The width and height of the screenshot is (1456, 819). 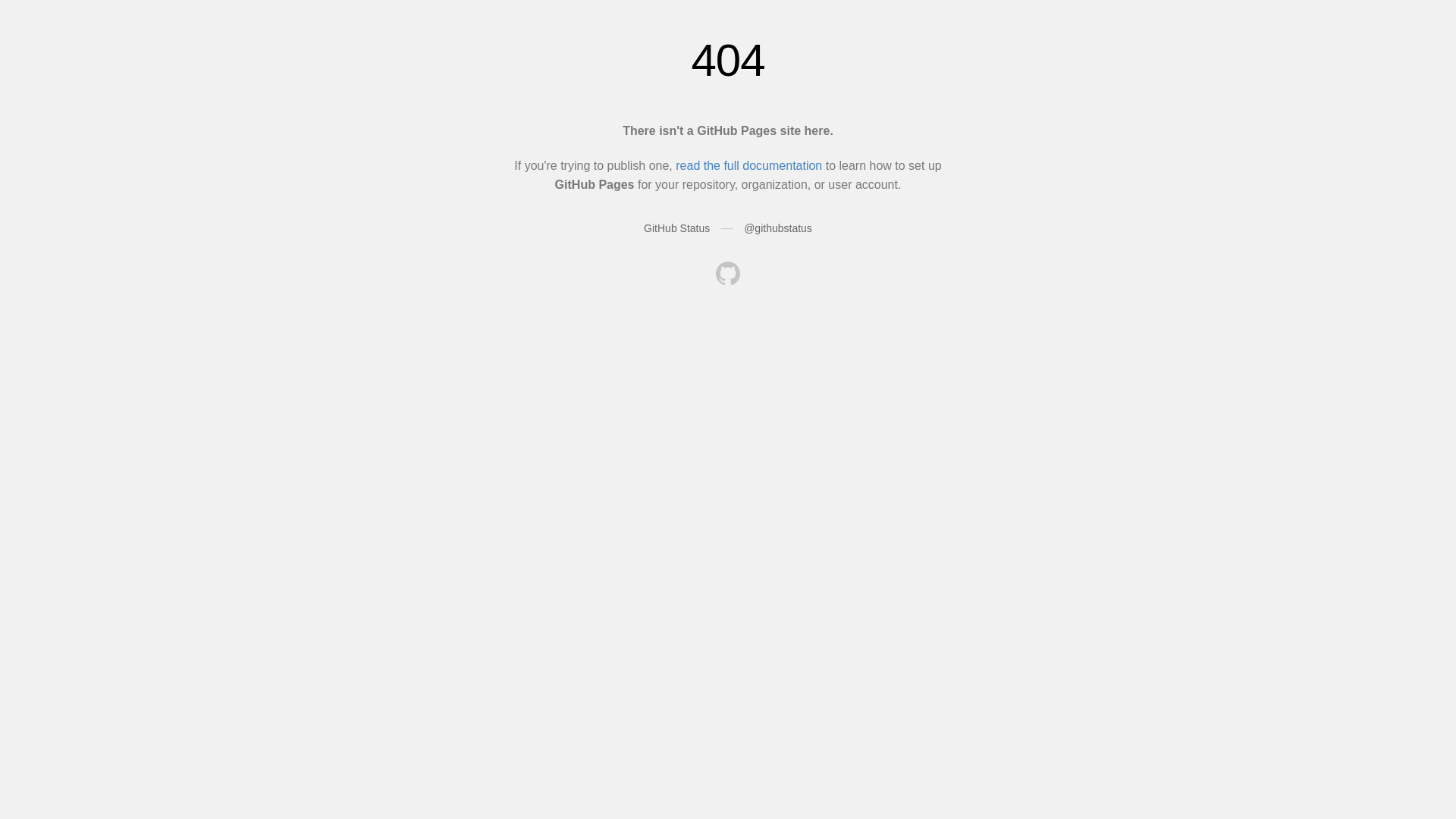 What do you see at coordinates (748, 165) in the screenshot?
I see `'read the full documentation'` at bounding box center [748, 165].